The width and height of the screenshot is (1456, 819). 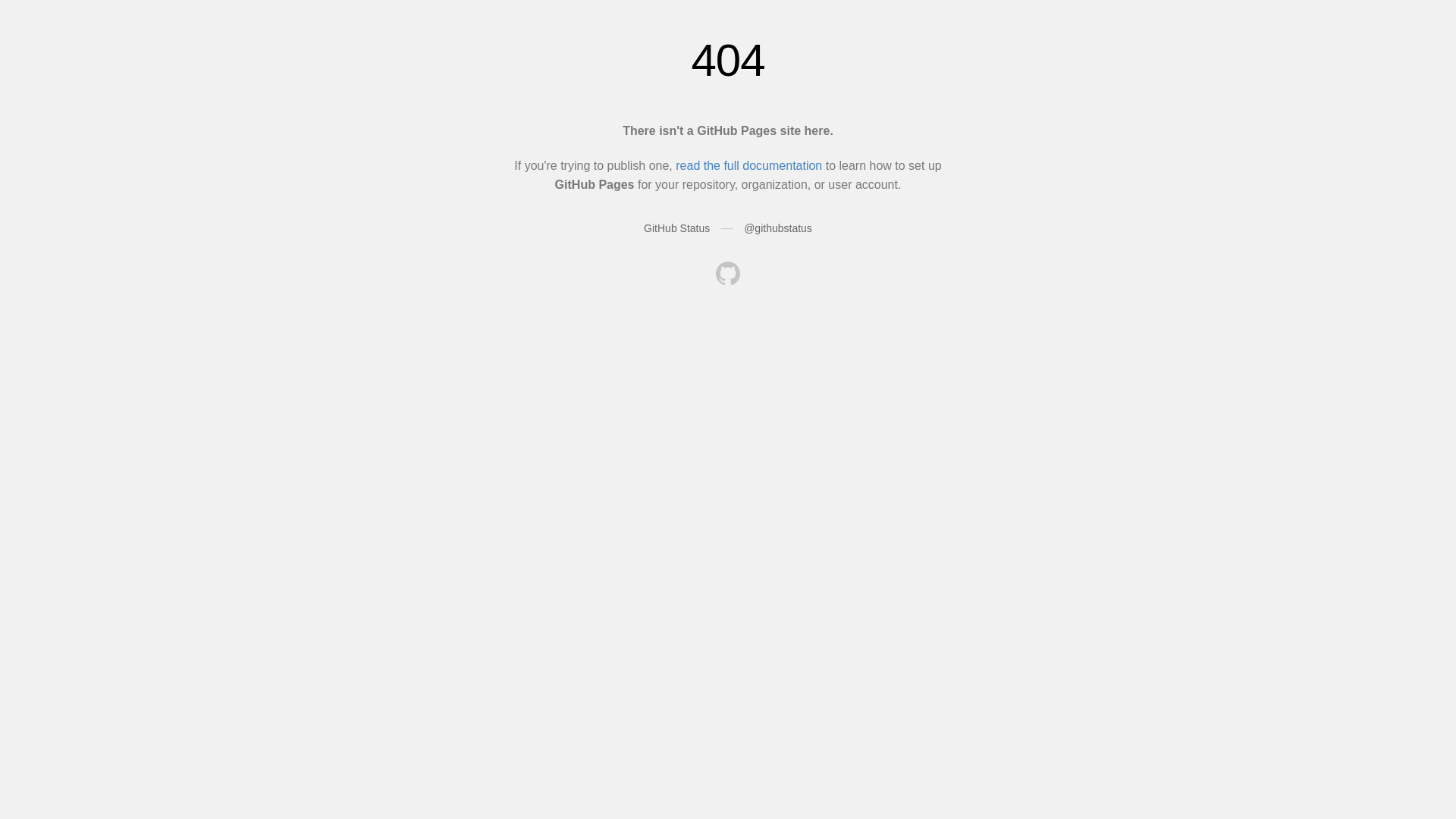 What do you see at coordinates (748, 165) in the screenshot?
I see `'read the full documentation'` at bounding box center [748, 165].